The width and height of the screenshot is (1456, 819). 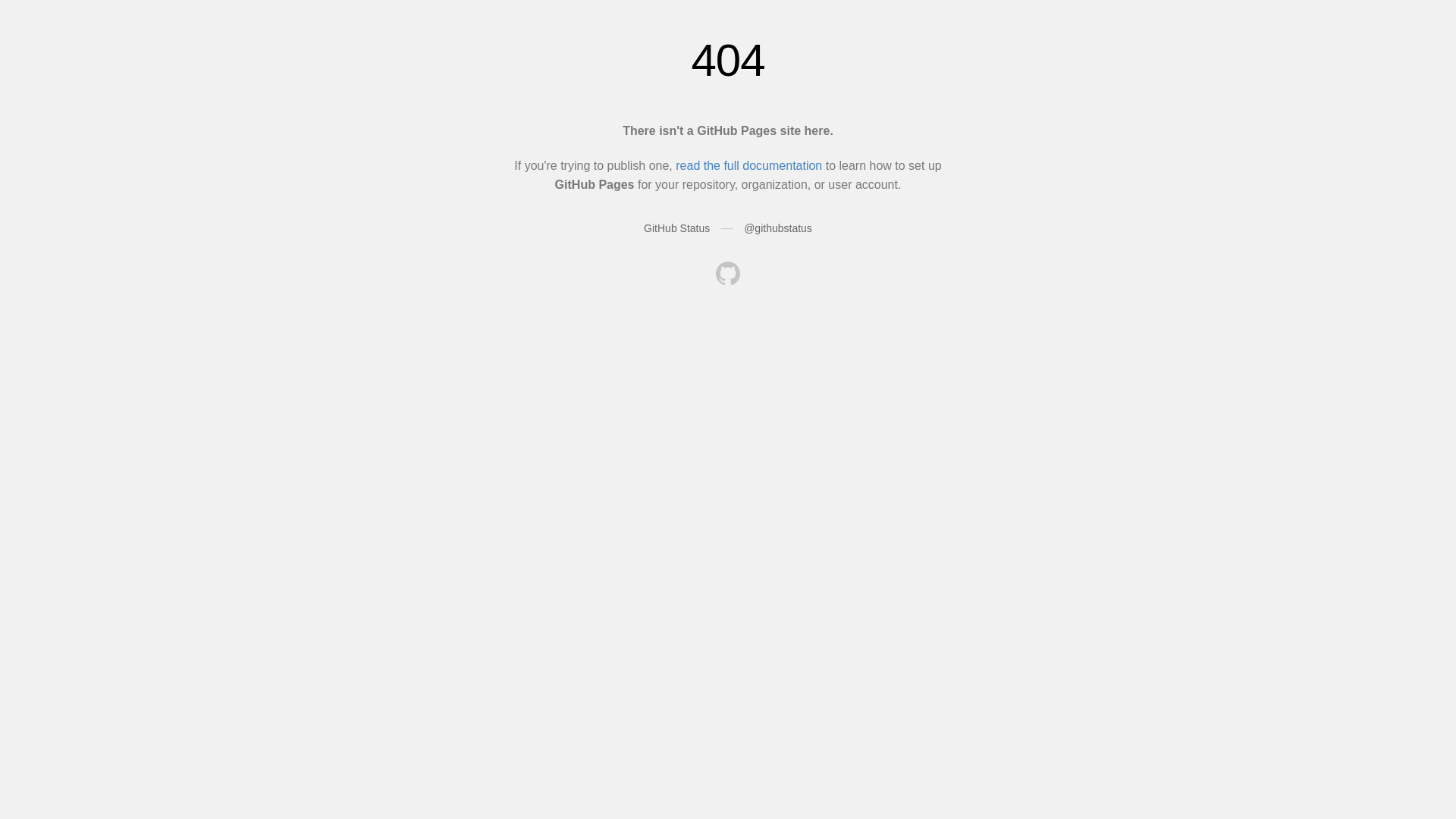 What do you see at coordinates (748, 165) in the screenshot?
I see `'read the full documentation'` at bounding box center [748, 165].